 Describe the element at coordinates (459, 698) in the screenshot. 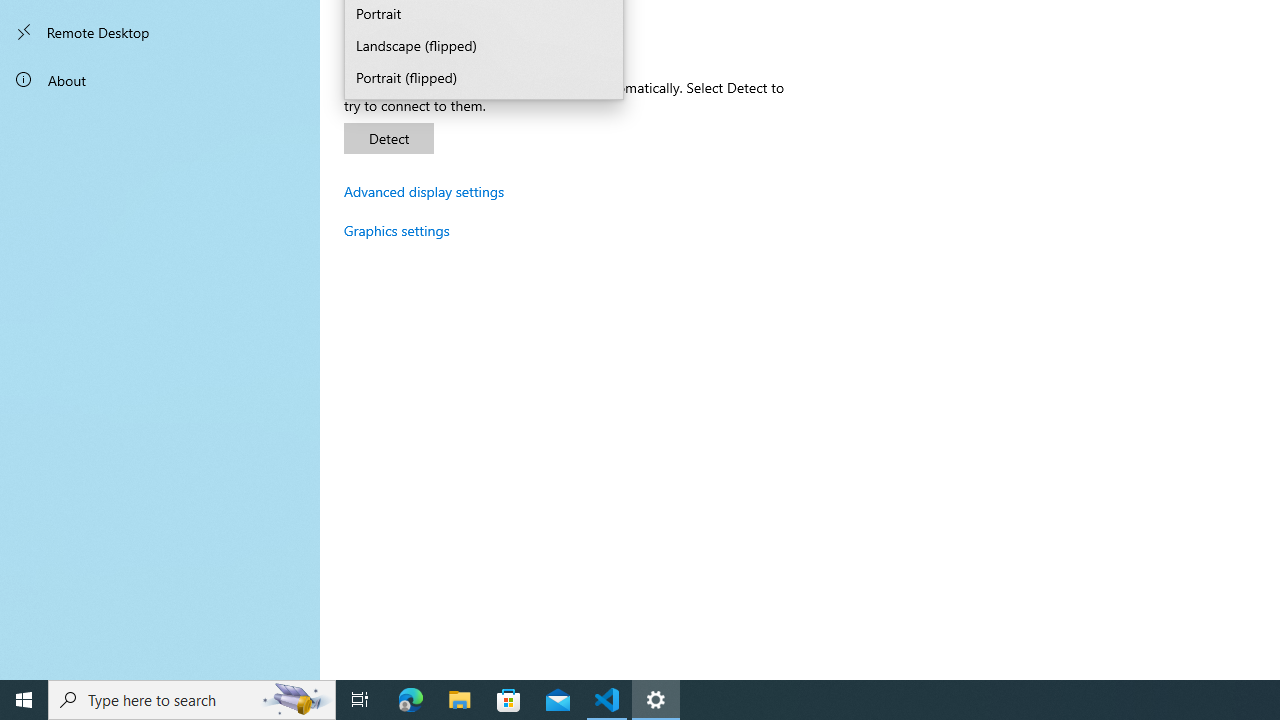

I see `'File Explorer'` at that location.